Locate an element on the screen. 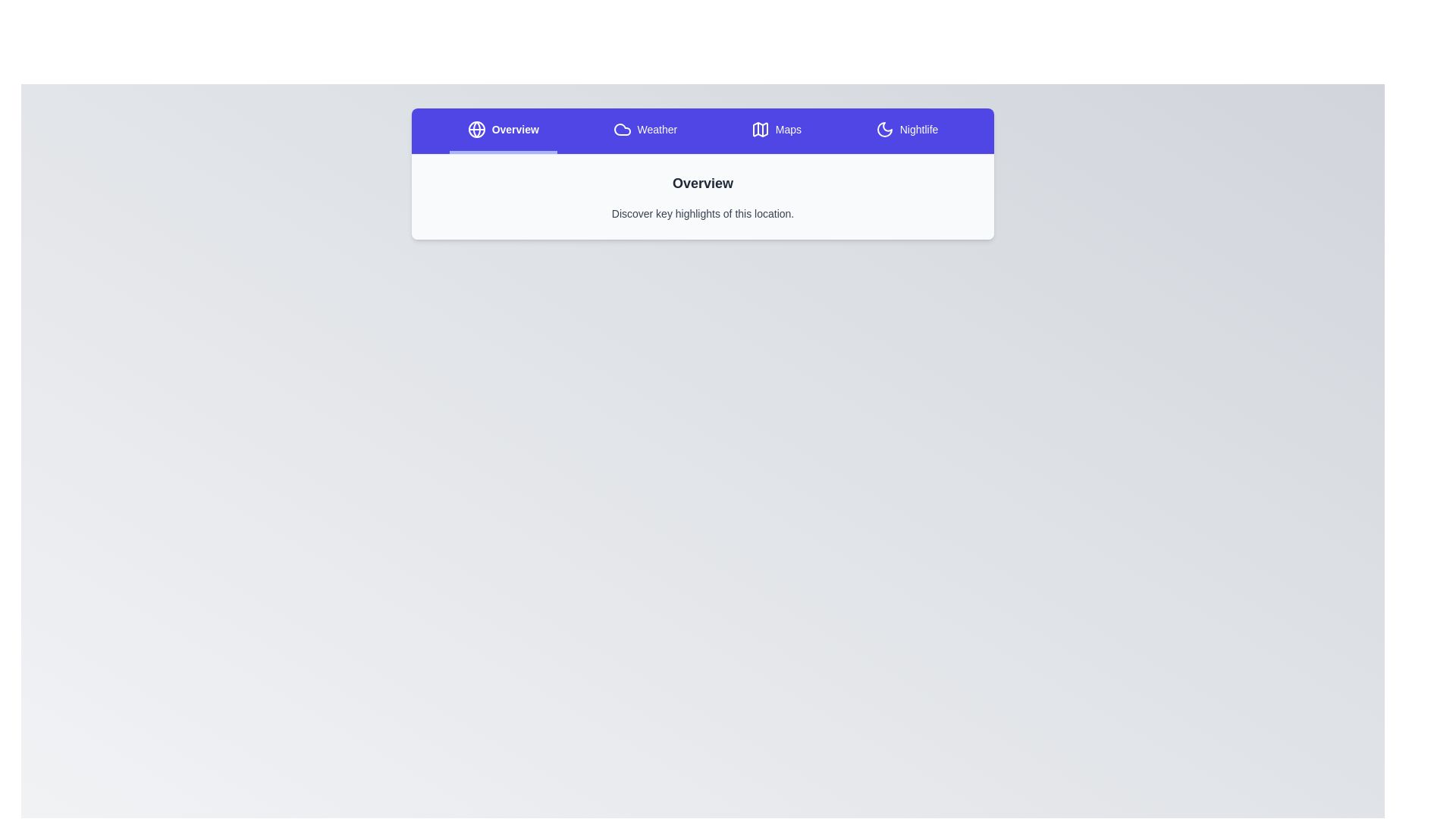 This screenshot has width=1456, height=819. the Nightlife tab is located at coordinates (906, 130).